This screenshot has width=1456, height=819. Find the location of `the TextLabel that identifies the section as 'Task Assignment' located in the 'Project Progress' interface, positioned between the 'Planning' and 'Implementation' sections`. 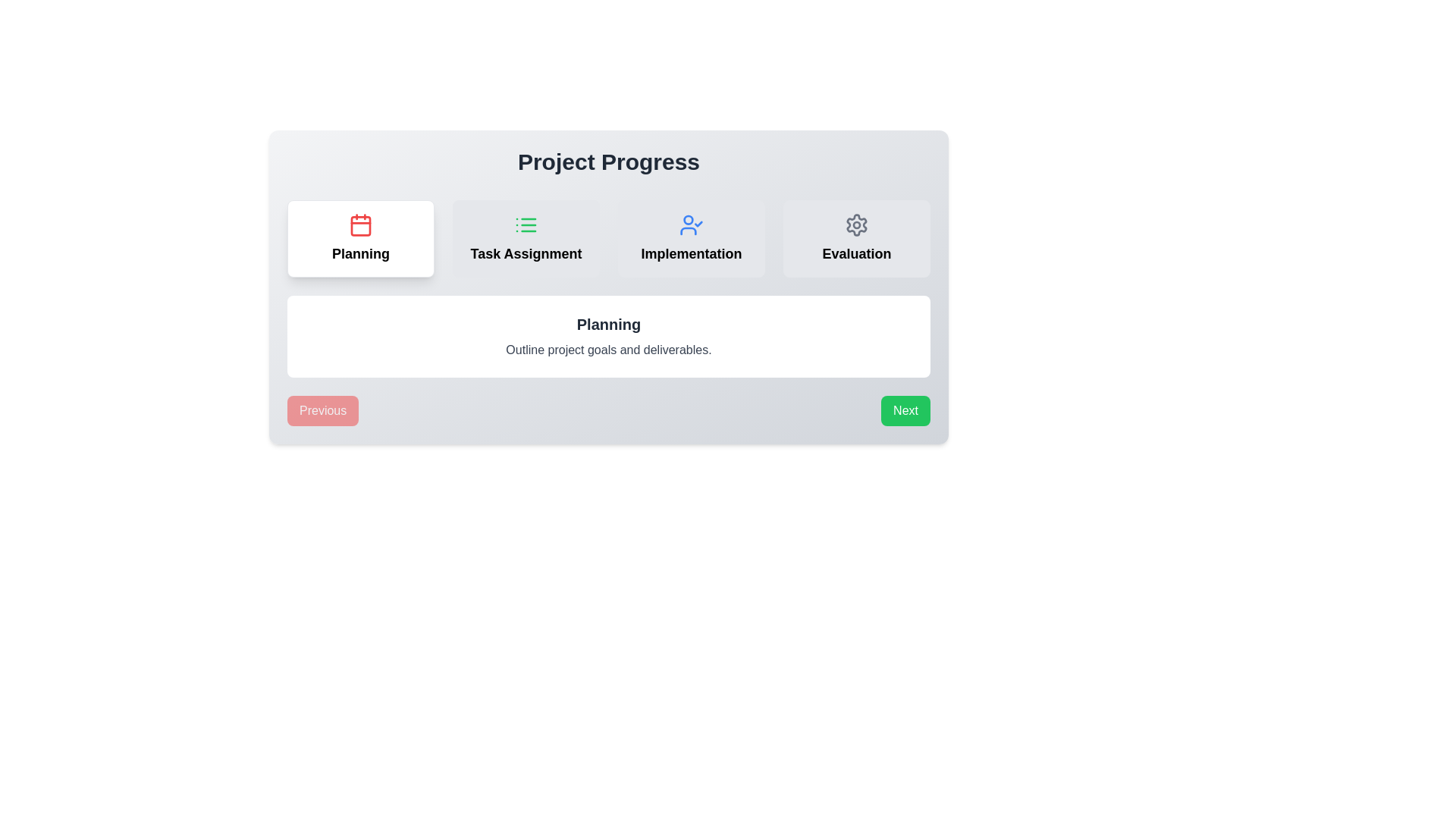

the TextLabel that identifies the section as 'Task Assignment' located in the 'Project Progress' interface, positioned between the 'Planning' and 'Implementation' sections is located at coordinates (526, 253).